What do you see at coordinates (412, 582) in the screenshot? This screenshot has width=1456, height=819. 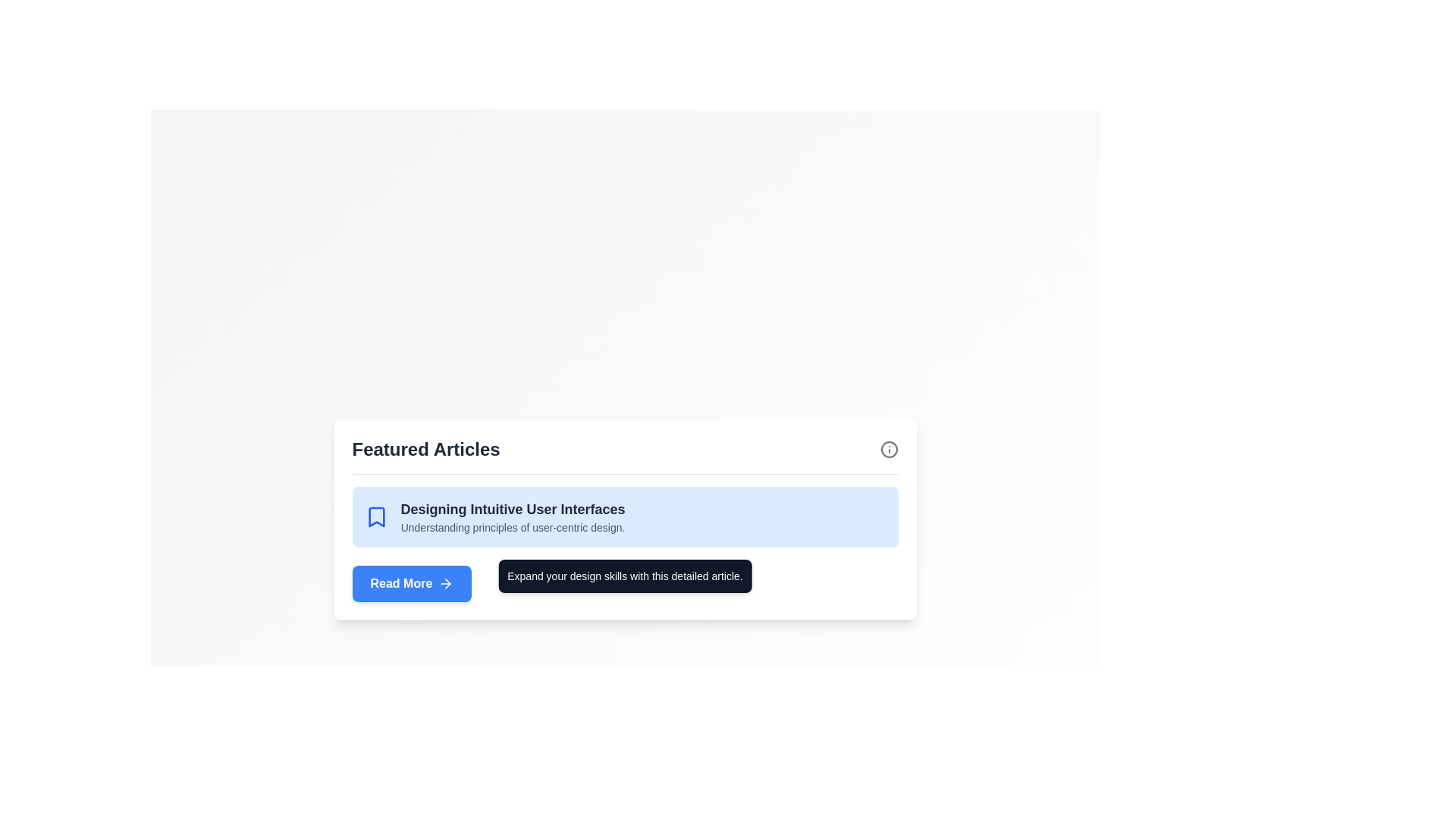 I see `the rectangular button with rounded corners that has a vibrant blue background and white text reading 'Read More' to change its visual state` at bounding box center [412, 582].